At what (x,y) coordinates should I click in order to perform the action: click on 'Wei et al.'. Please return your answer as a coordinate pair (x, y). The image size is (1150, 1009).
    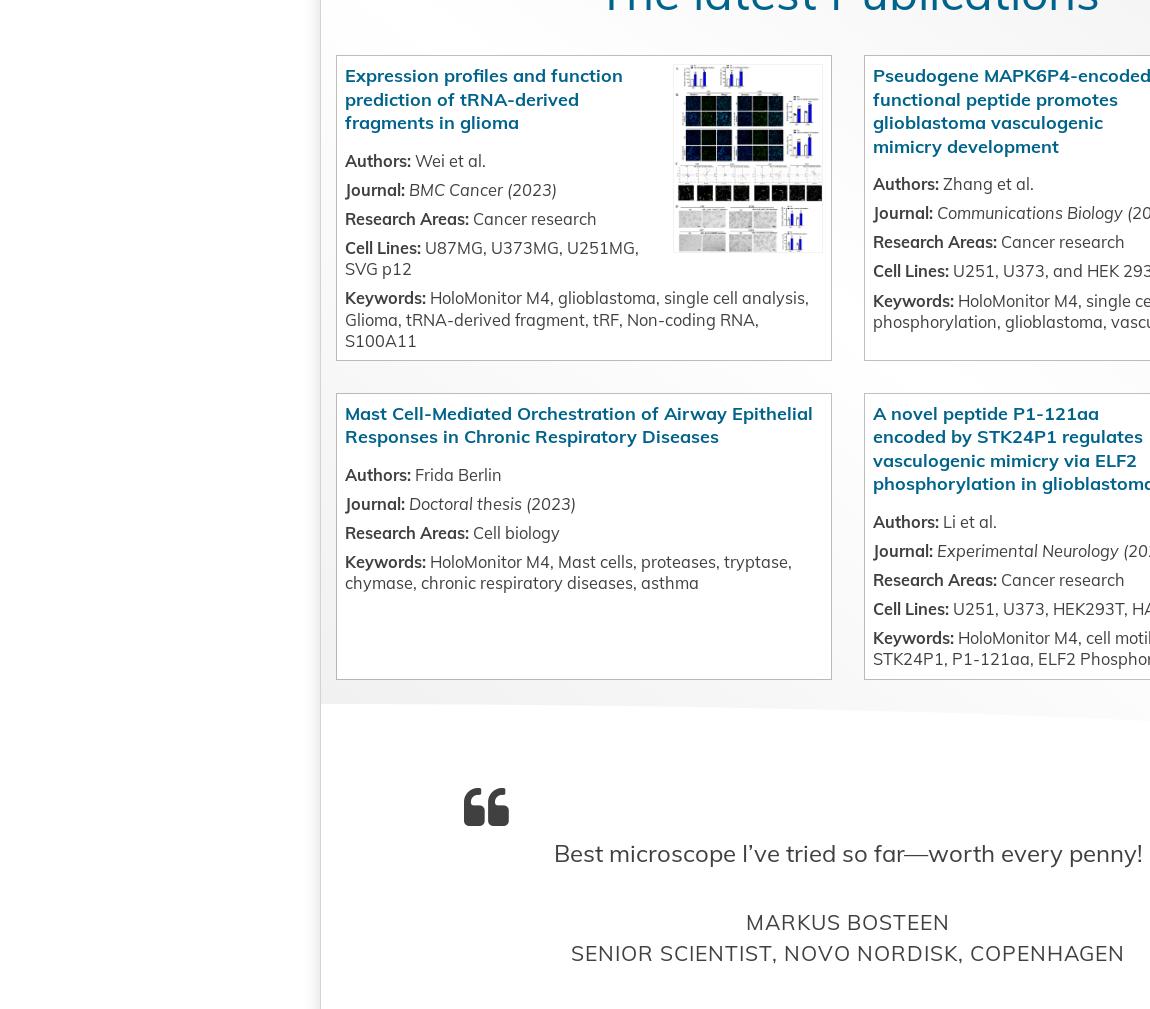
    Looking at the image, I should click on (443, 250).